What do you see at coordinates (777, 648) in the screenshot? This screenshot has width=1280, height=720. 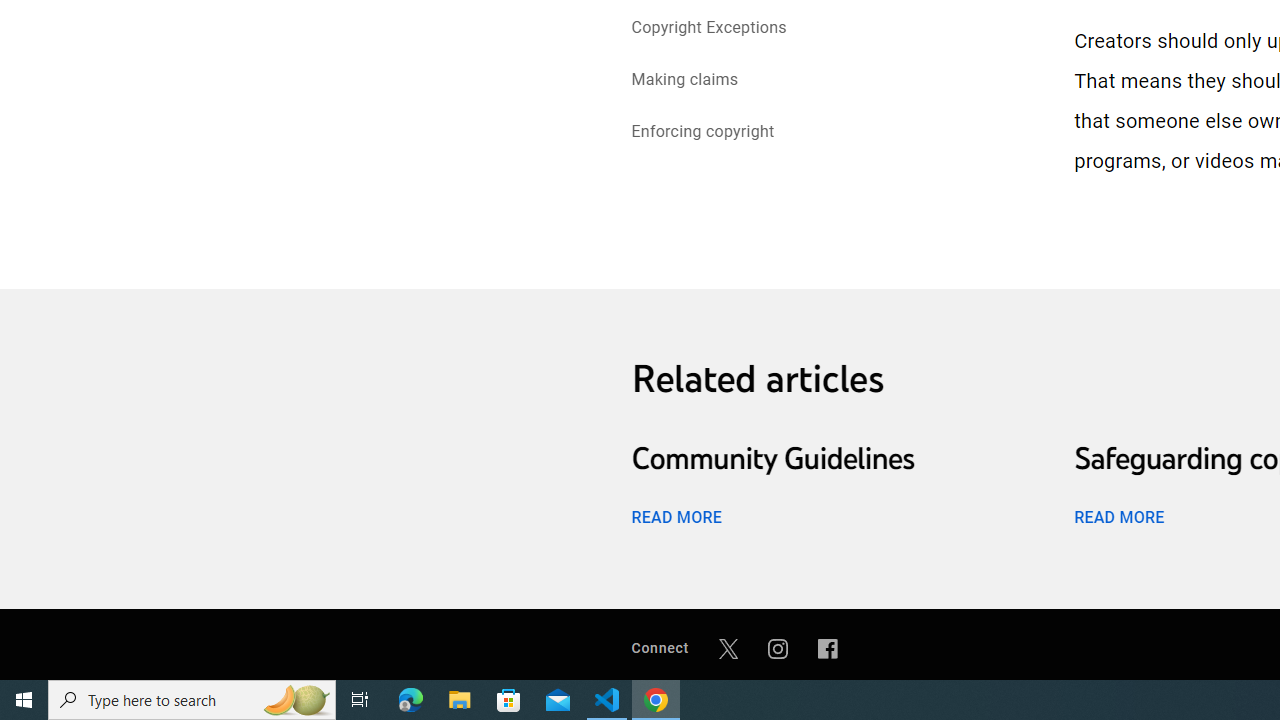 I see `'Instagram'` at bounding box center [777, 648].